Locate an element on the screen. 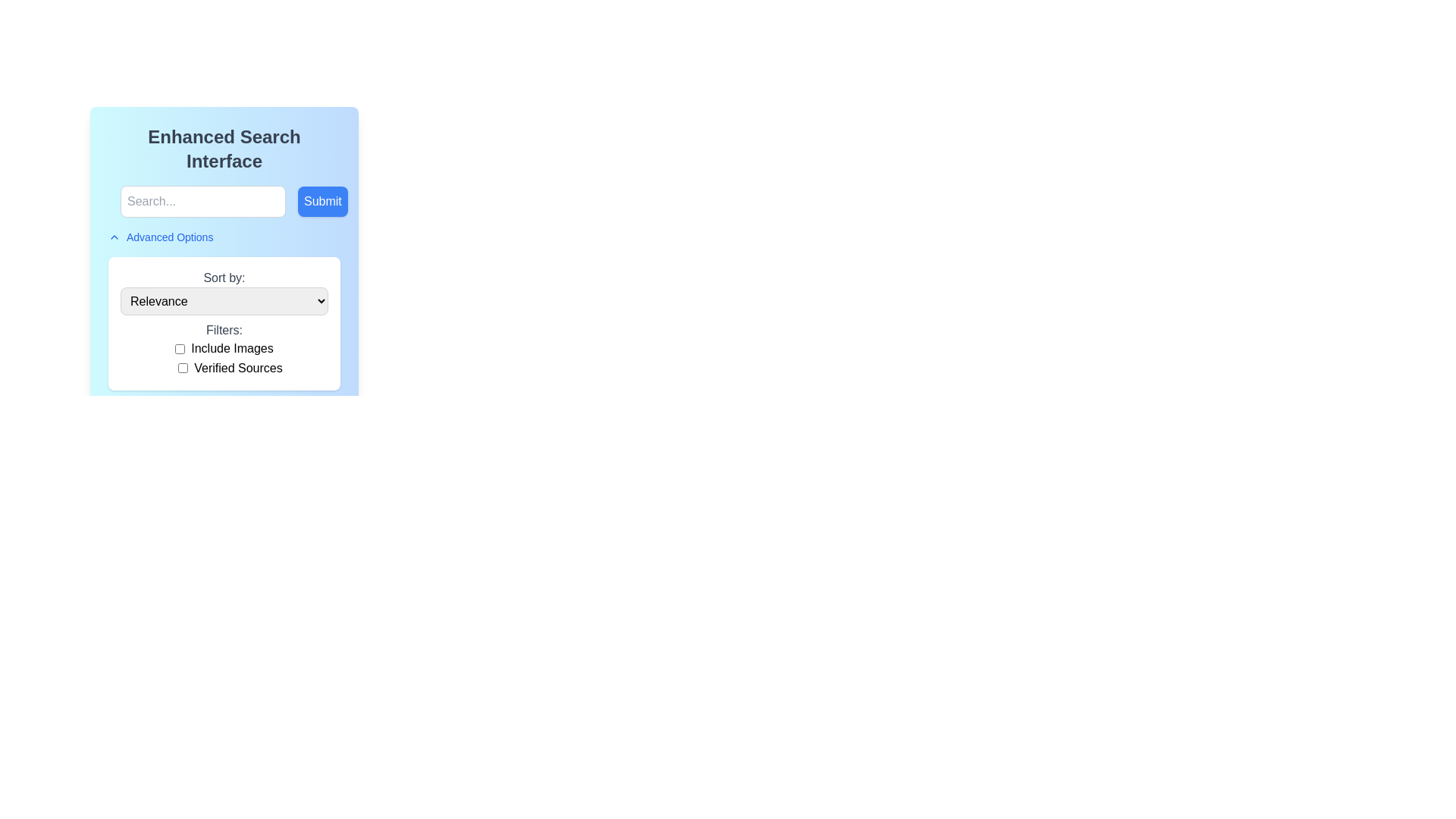  the checkbox labeled 'Verified Sources' is located at coordinates (229, 368).